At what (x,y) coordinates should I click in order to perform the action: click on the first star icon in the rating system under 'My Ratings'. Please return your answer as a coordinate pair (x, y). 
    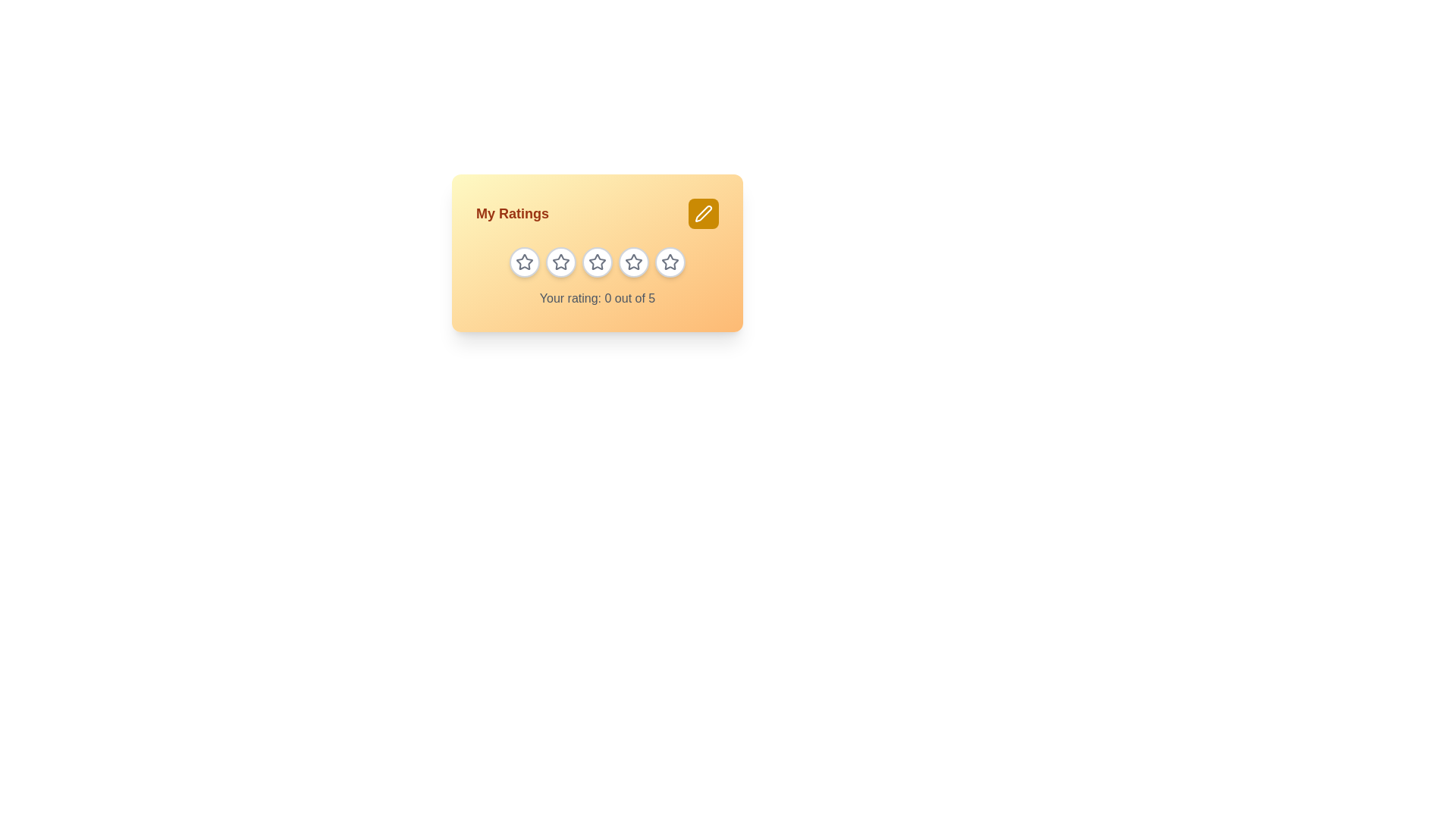
    Looking at the image, I should click on (524, 262).